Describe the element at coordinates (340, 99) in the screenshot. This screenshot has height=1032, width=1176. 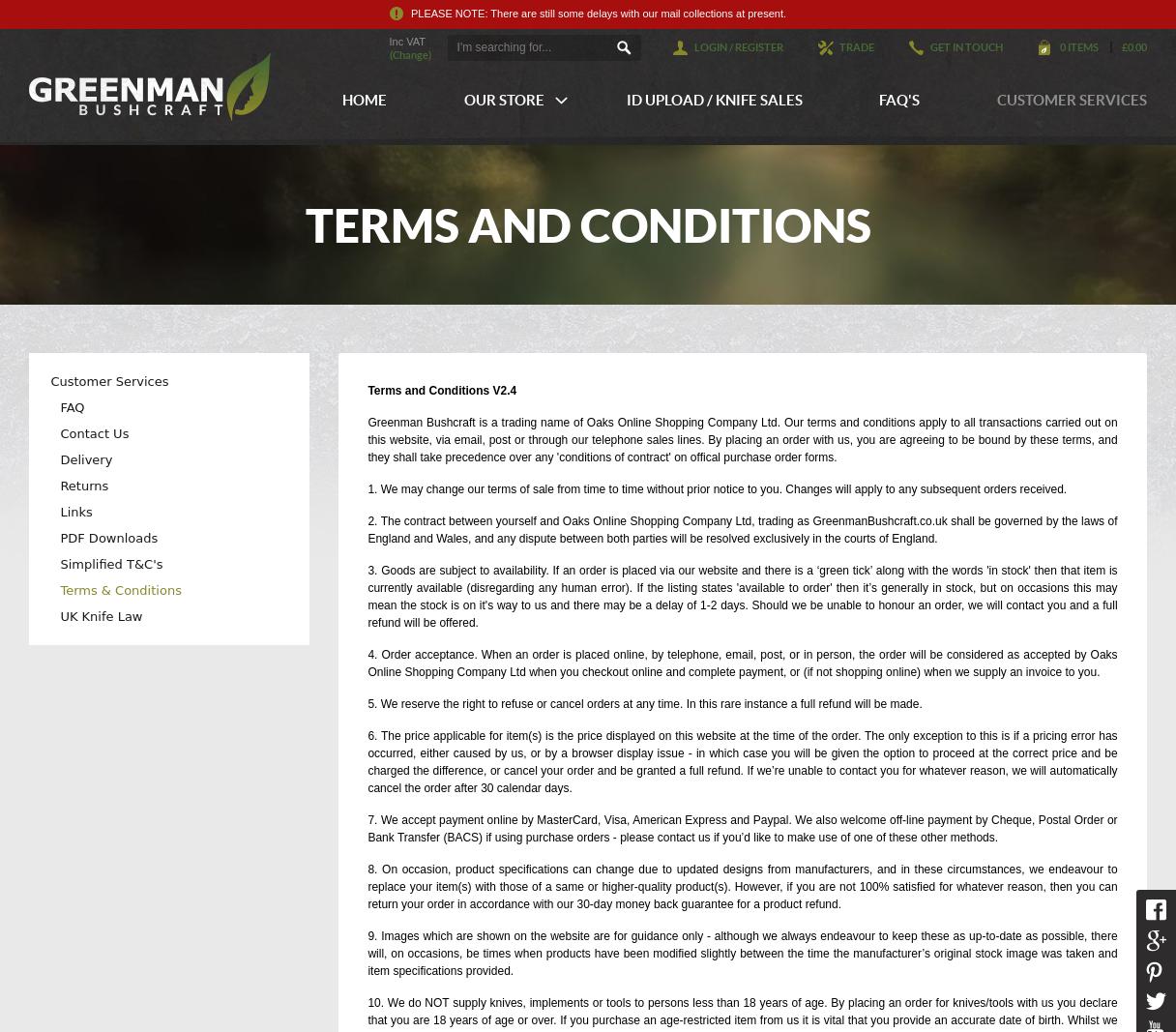
I see `'HOME'` at that location.